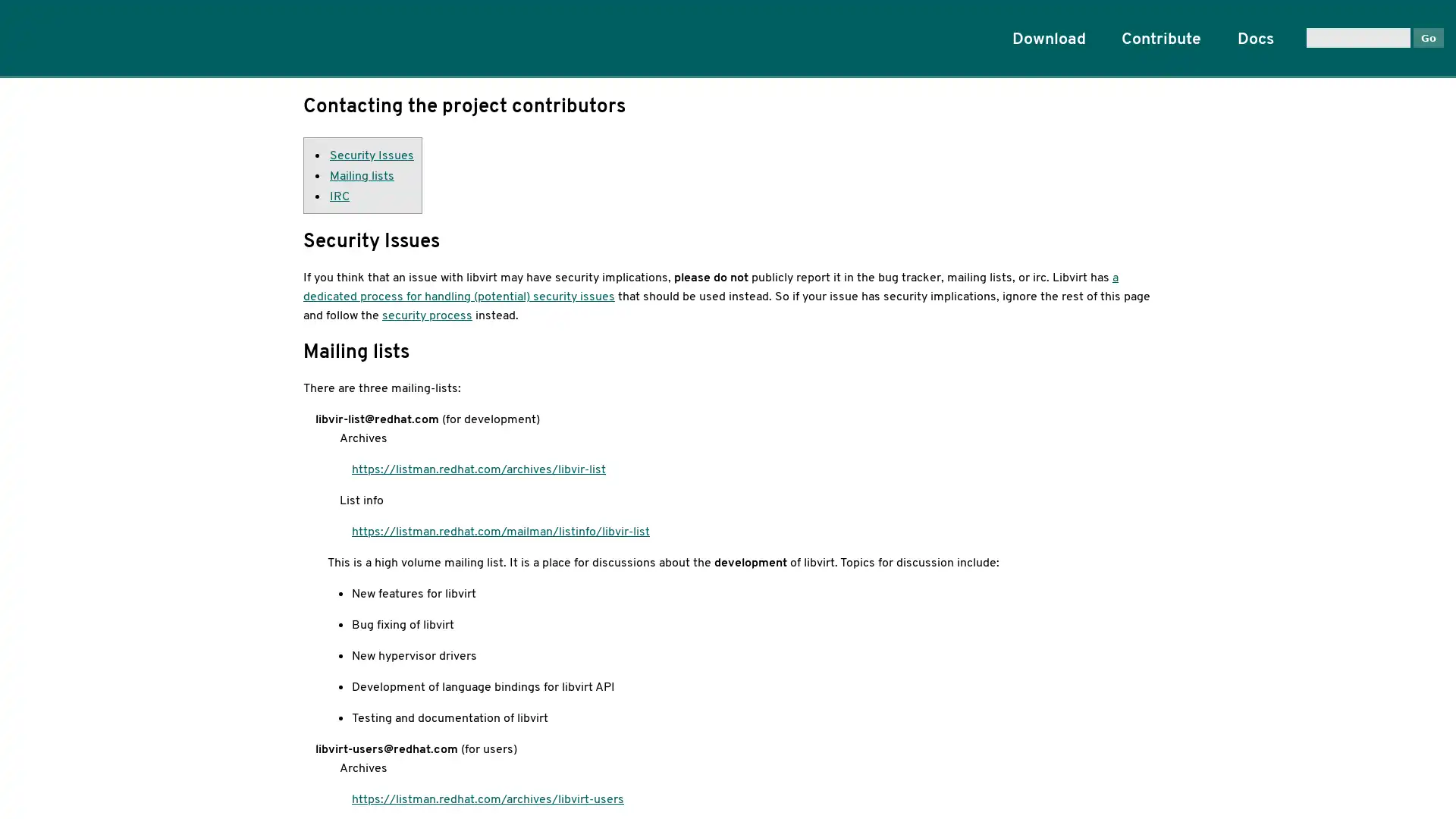  I want to click on Go, so click(1427, 36).